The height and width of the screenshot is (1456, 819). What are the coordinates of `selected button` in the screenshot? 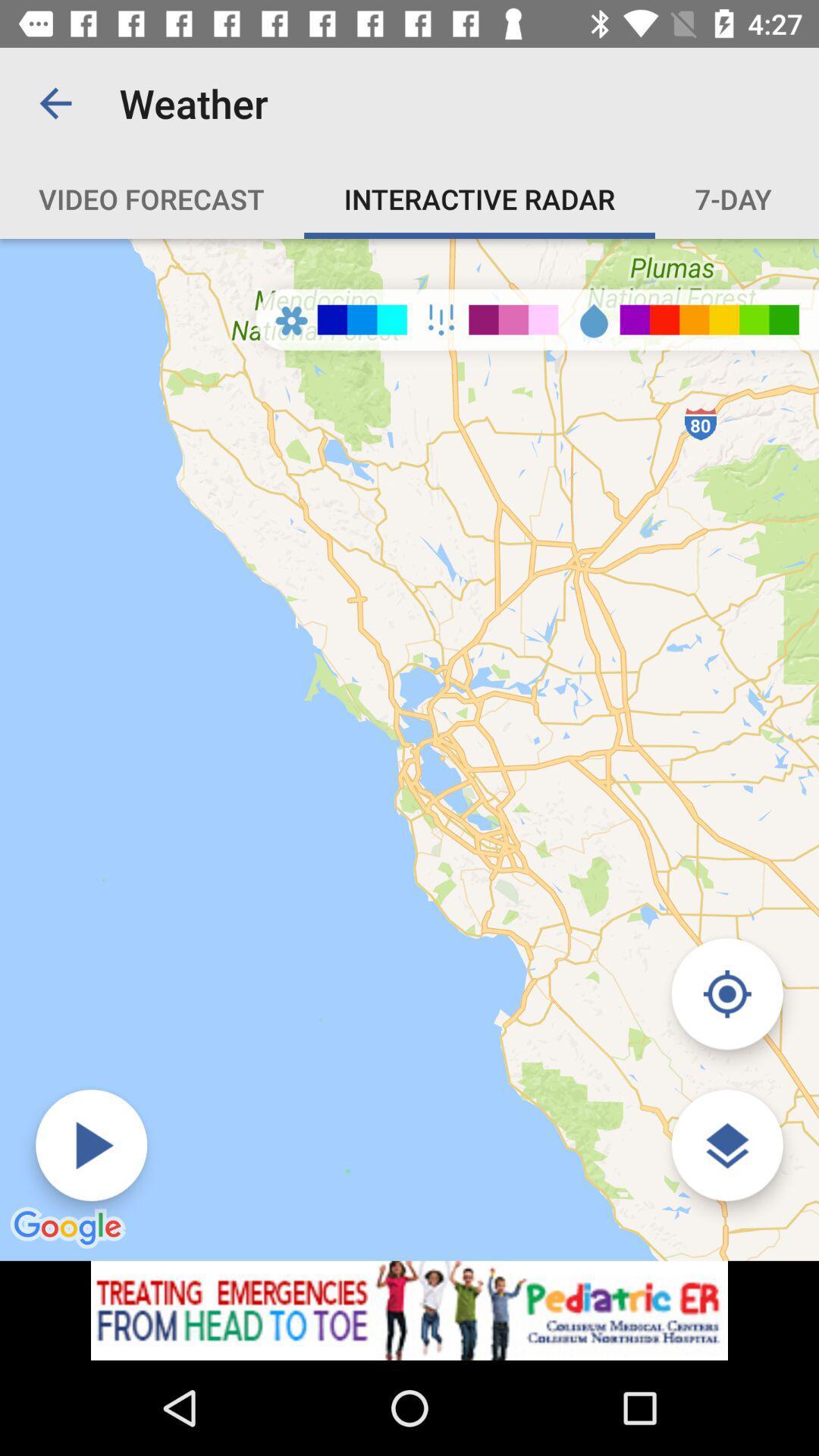 It's located at (726, 993).